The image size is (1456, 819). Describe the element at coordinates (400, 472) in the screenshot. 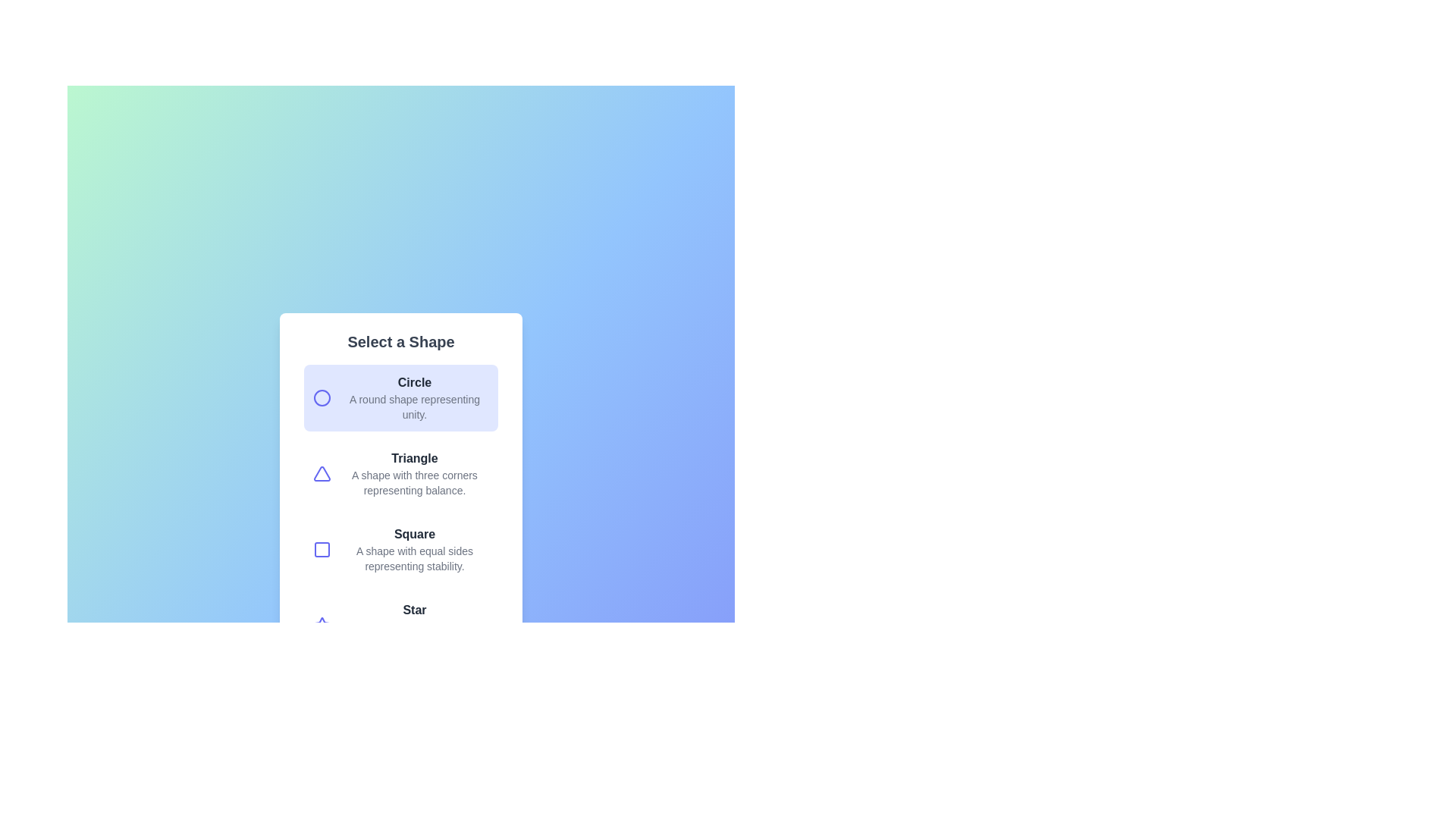

I see `the shape Triangle from the menu` at that location.